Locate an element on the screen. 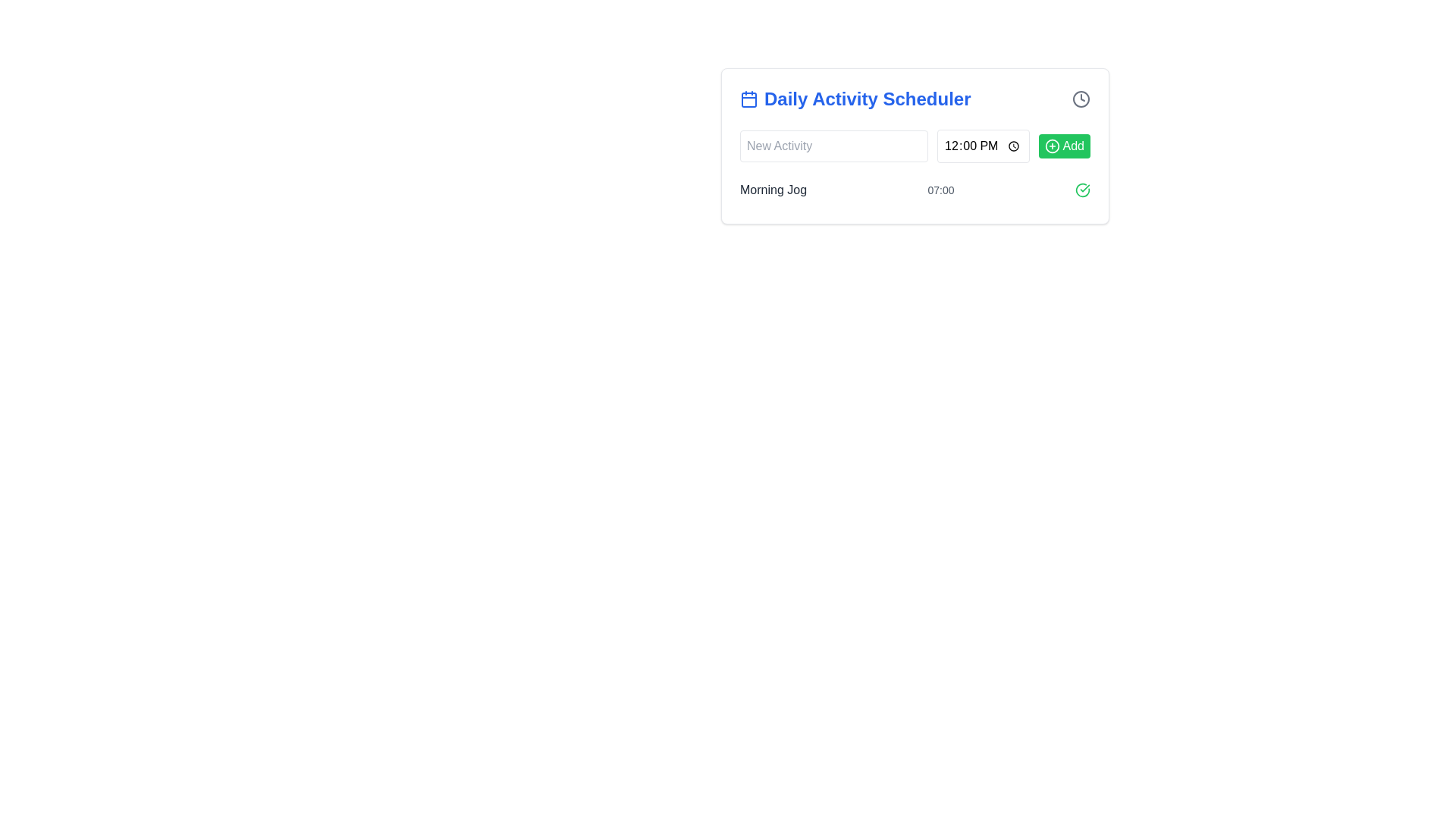 The height and width of the screenshot is (819, 1456). the SVG circle element that forms part of the clock icon in the top right corner of the 'Daily Activity Scheduler' interface is located at coordinates (1080, 99).